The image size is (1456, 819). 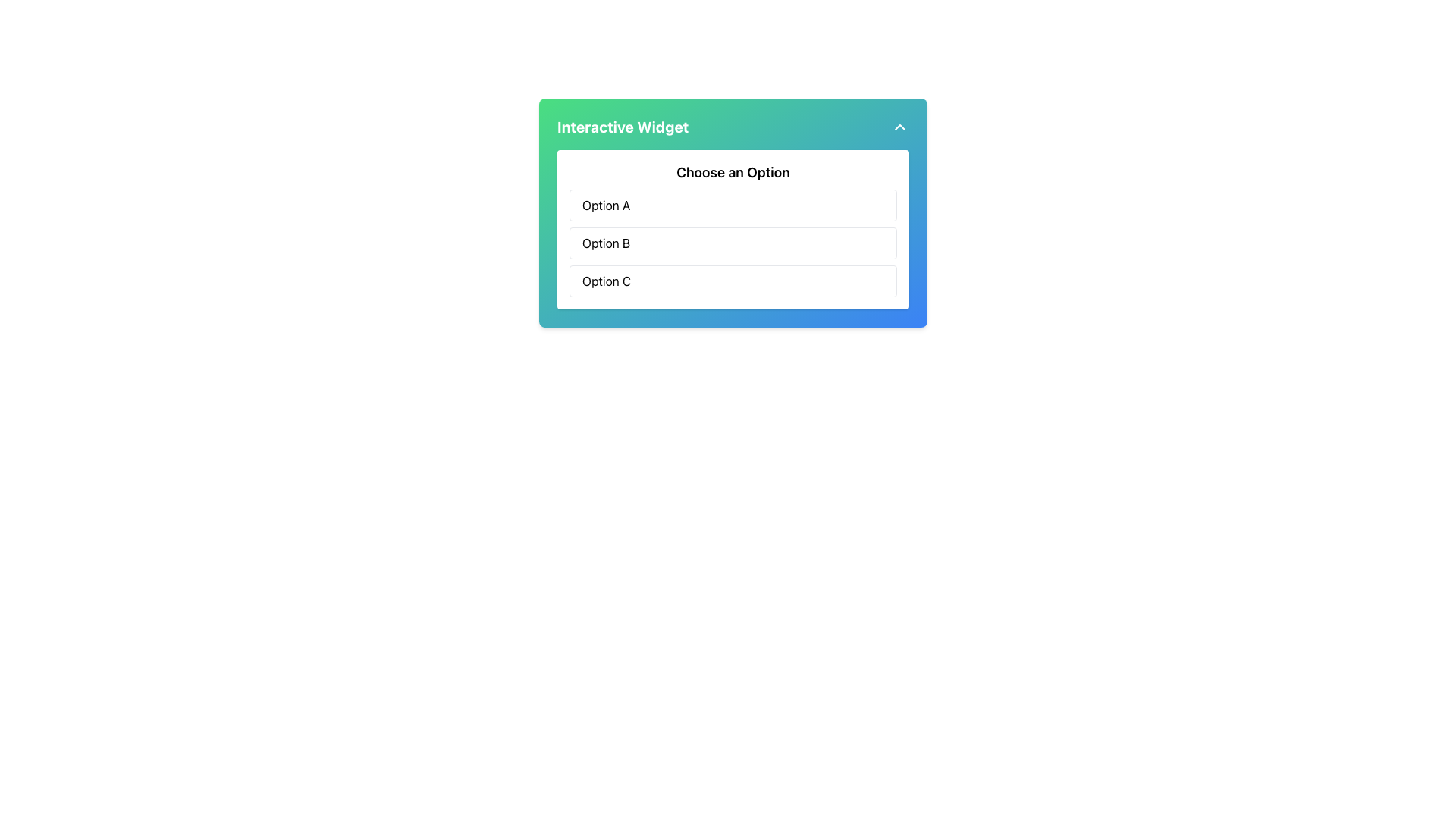 I want to click on the 'Interactive Widget', so click(x=733, y=213).